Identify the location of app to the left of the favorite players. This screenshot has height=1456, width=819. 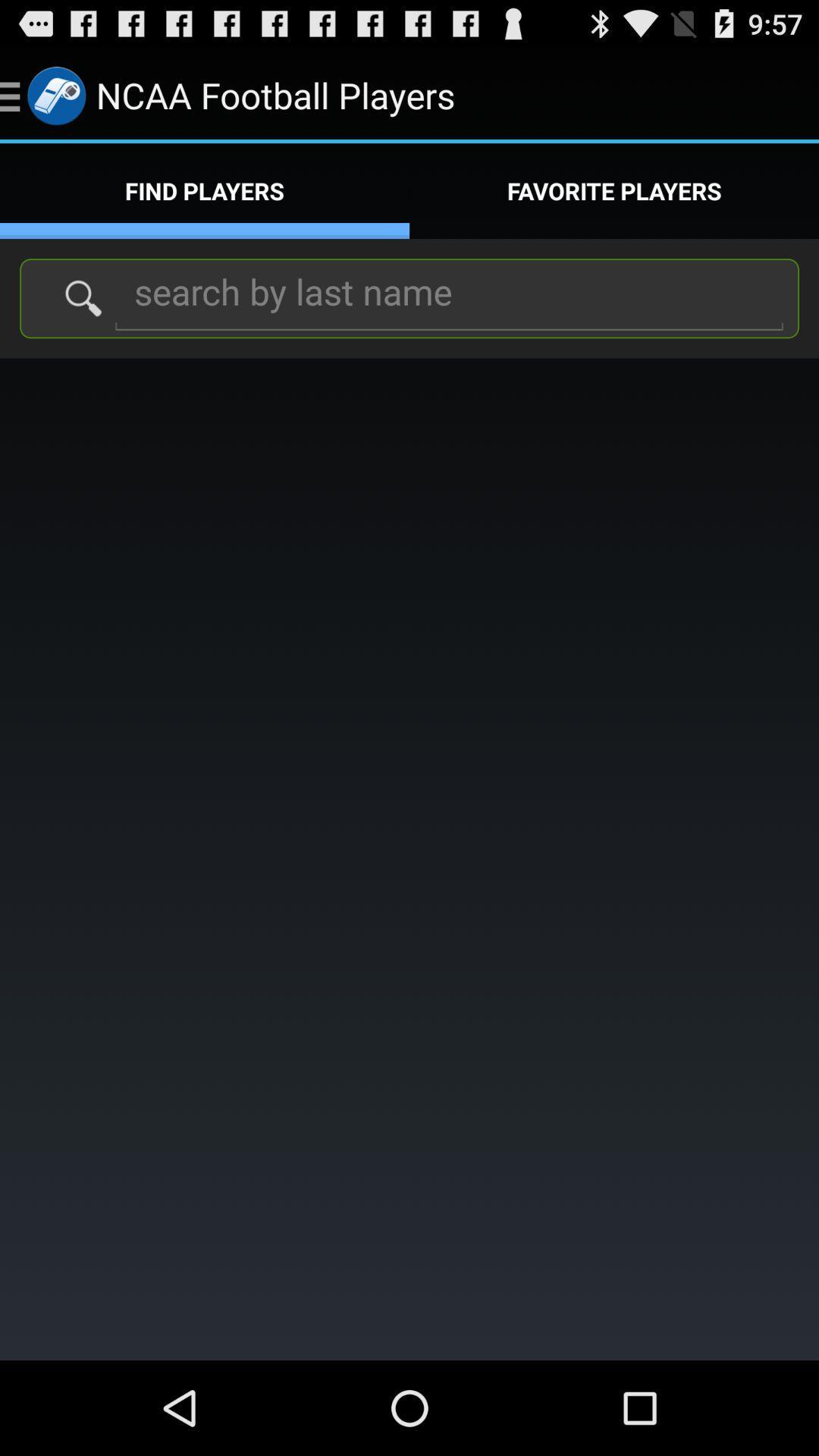
(205, 190).